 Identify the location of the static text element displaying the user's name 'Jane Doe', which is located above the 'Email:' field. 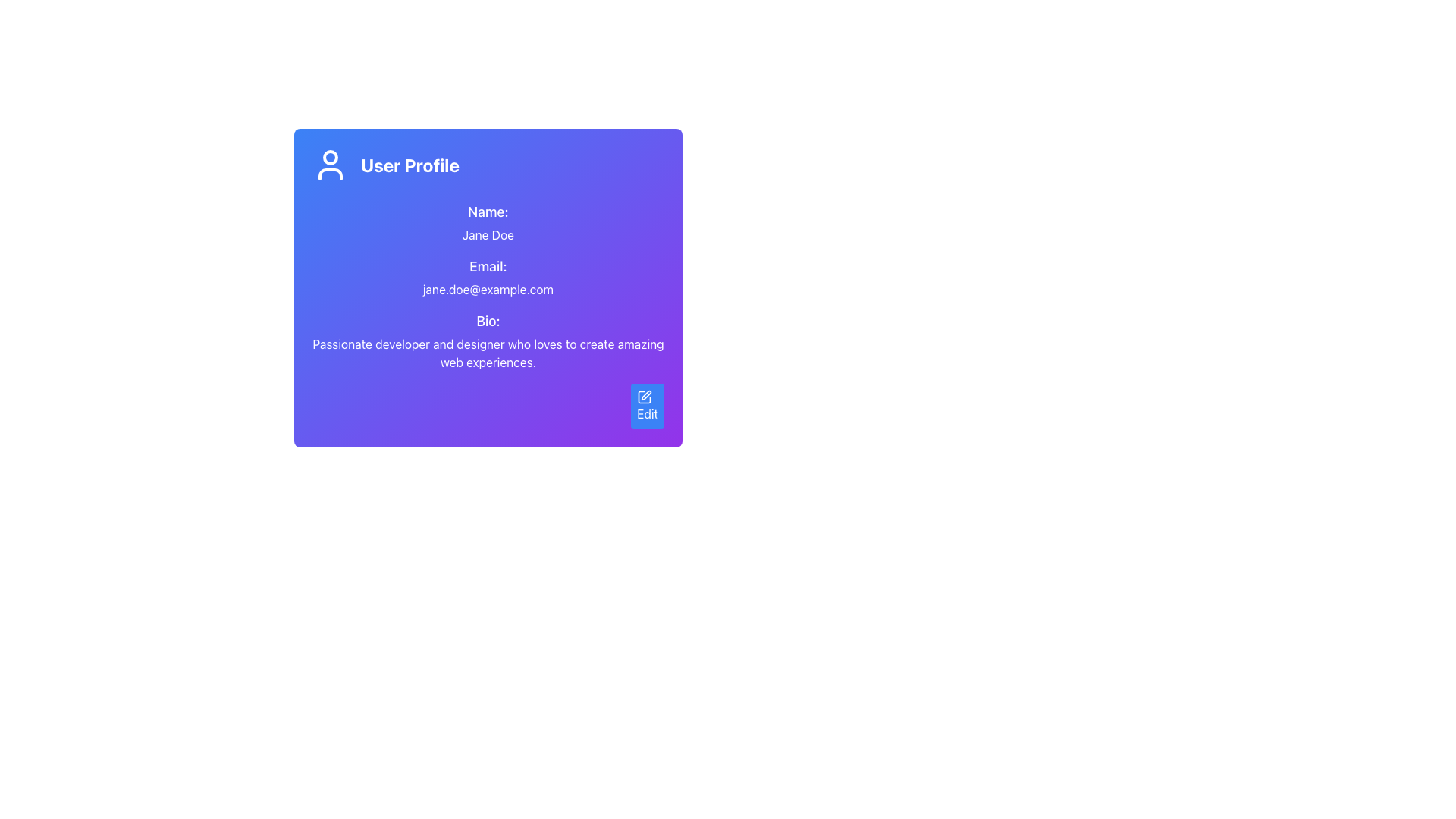
(488, 234).